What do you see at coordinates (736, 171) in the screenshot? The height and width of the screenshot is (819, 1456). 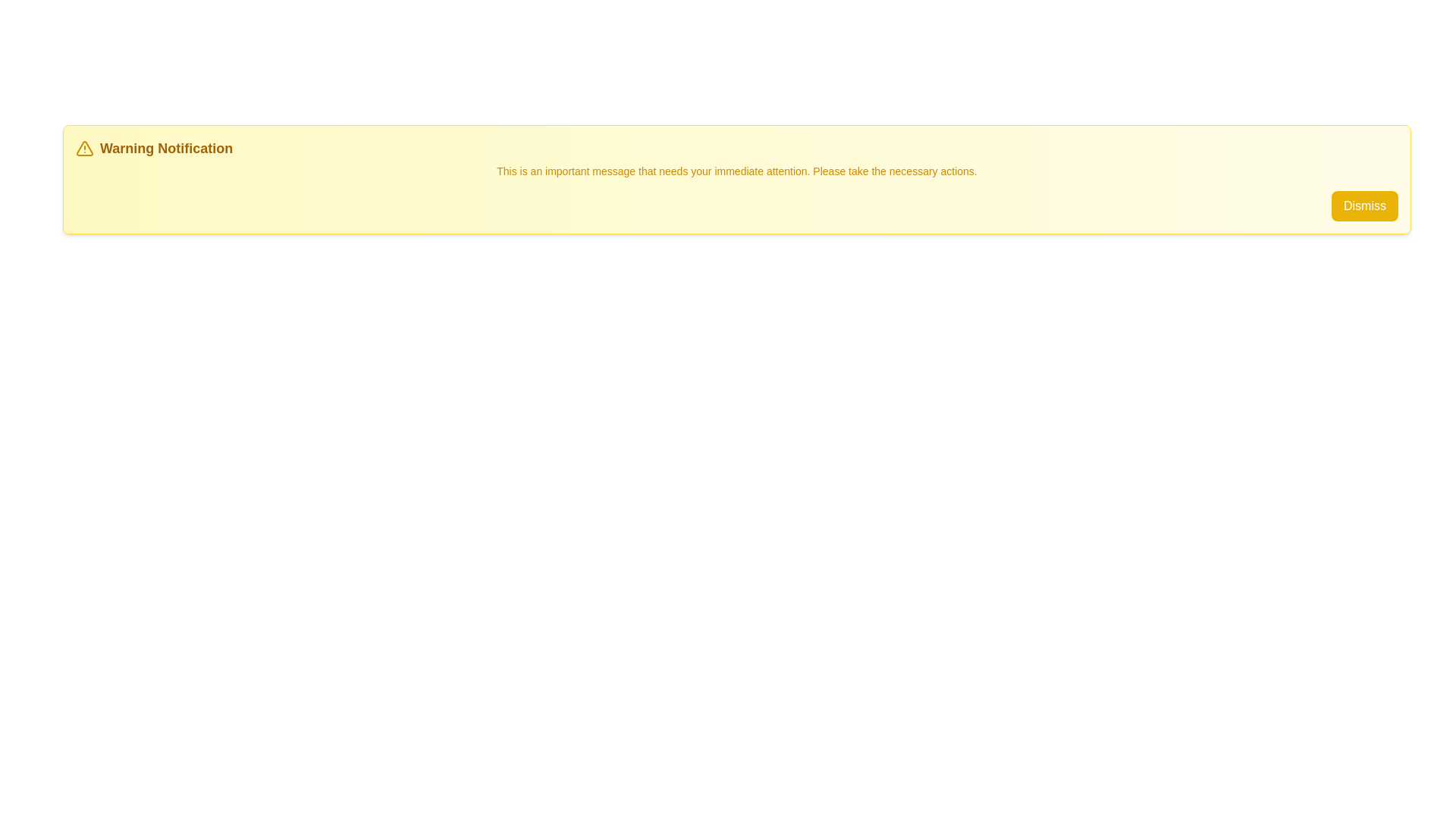 I see `the textual warning message in the warning notification panel, which is styled with a smaller yellow text and emphasizes immediate user action` at bounding box center [736, 171].